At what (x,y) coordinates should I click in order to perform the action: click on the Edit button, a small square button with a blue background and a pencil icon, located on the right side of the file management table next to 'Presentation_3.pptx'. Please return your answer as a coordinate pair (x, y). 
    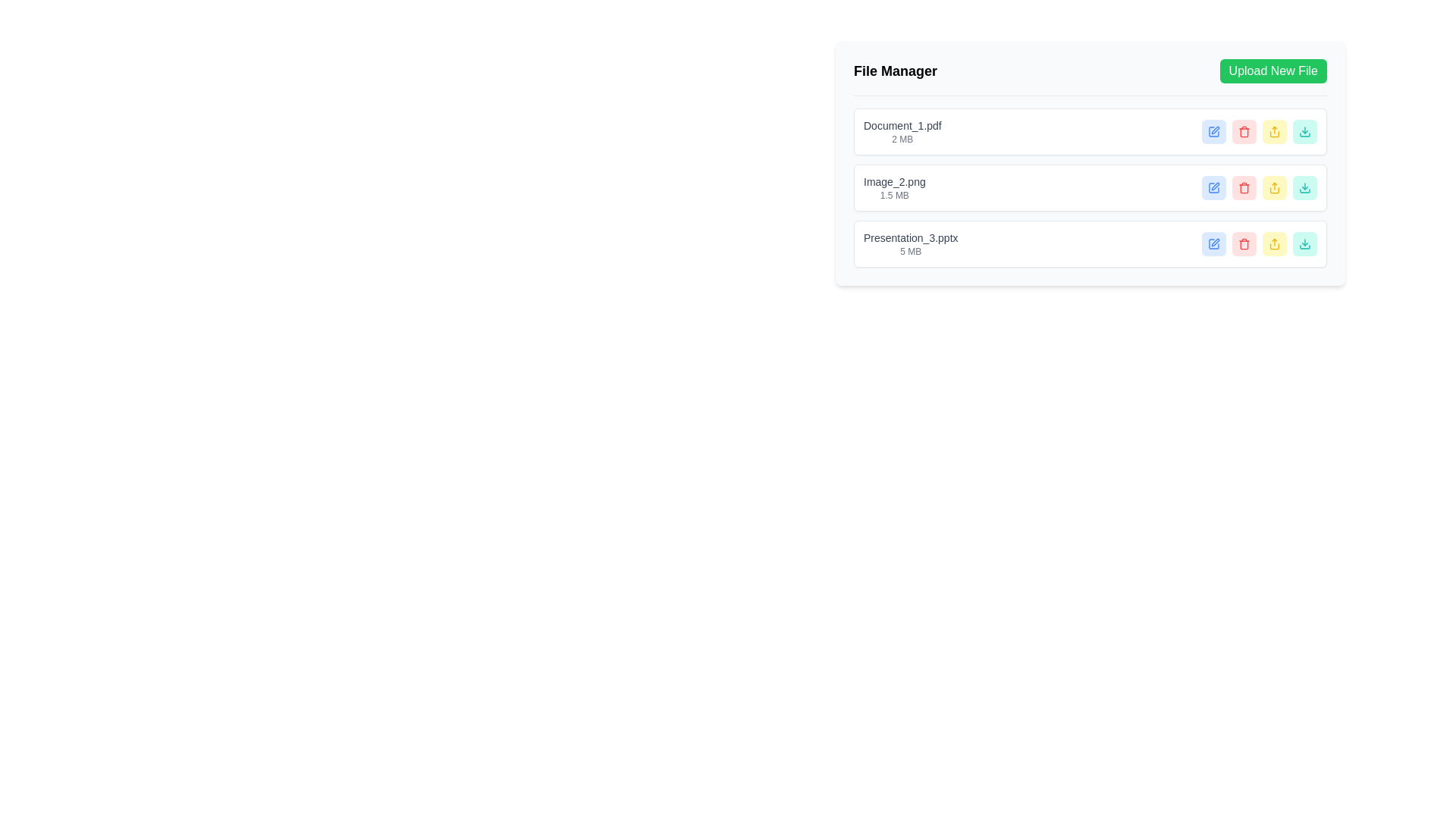
    Looking at the image, I should click on (1214, 243).